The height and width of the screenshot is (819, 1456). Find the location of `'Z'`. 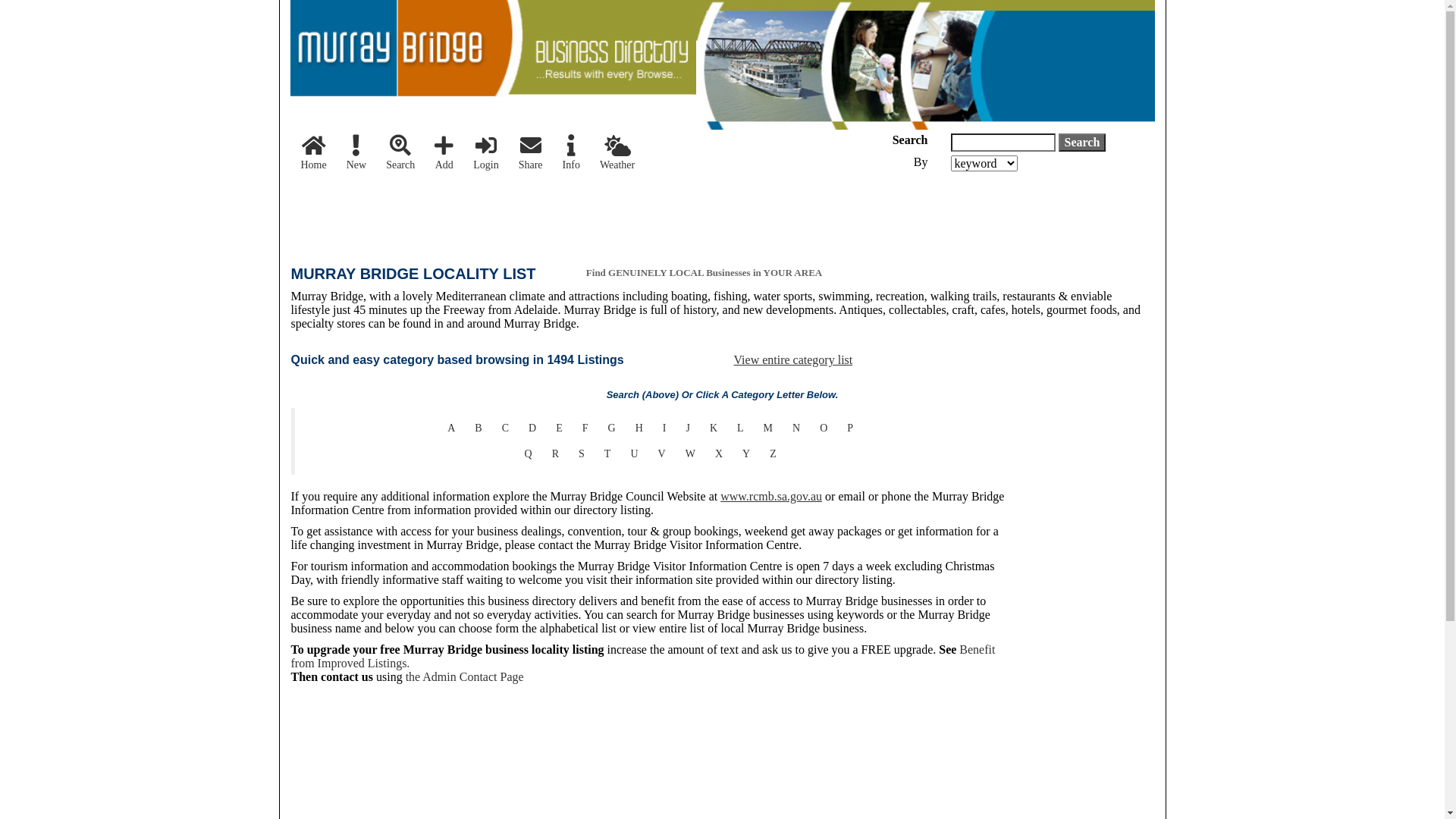

'Z' is located at coordinates (773, 453).